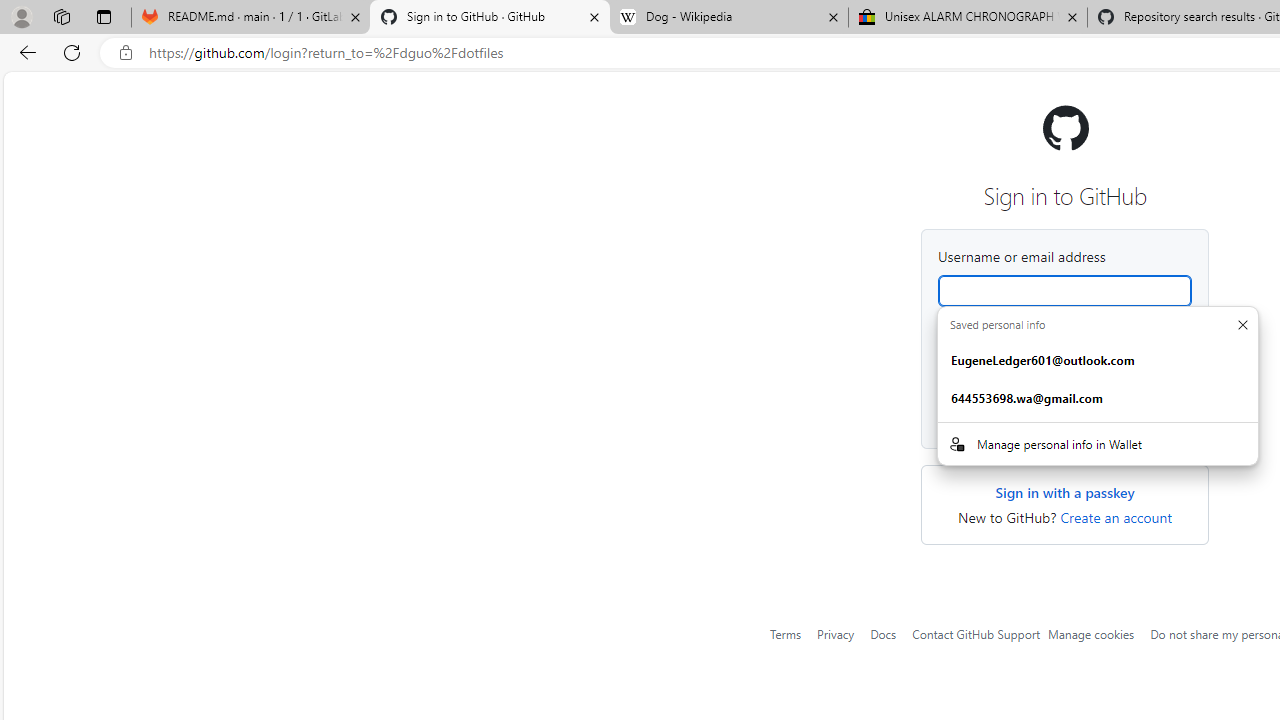  I want to click on 'Password', so click(1063, 367).